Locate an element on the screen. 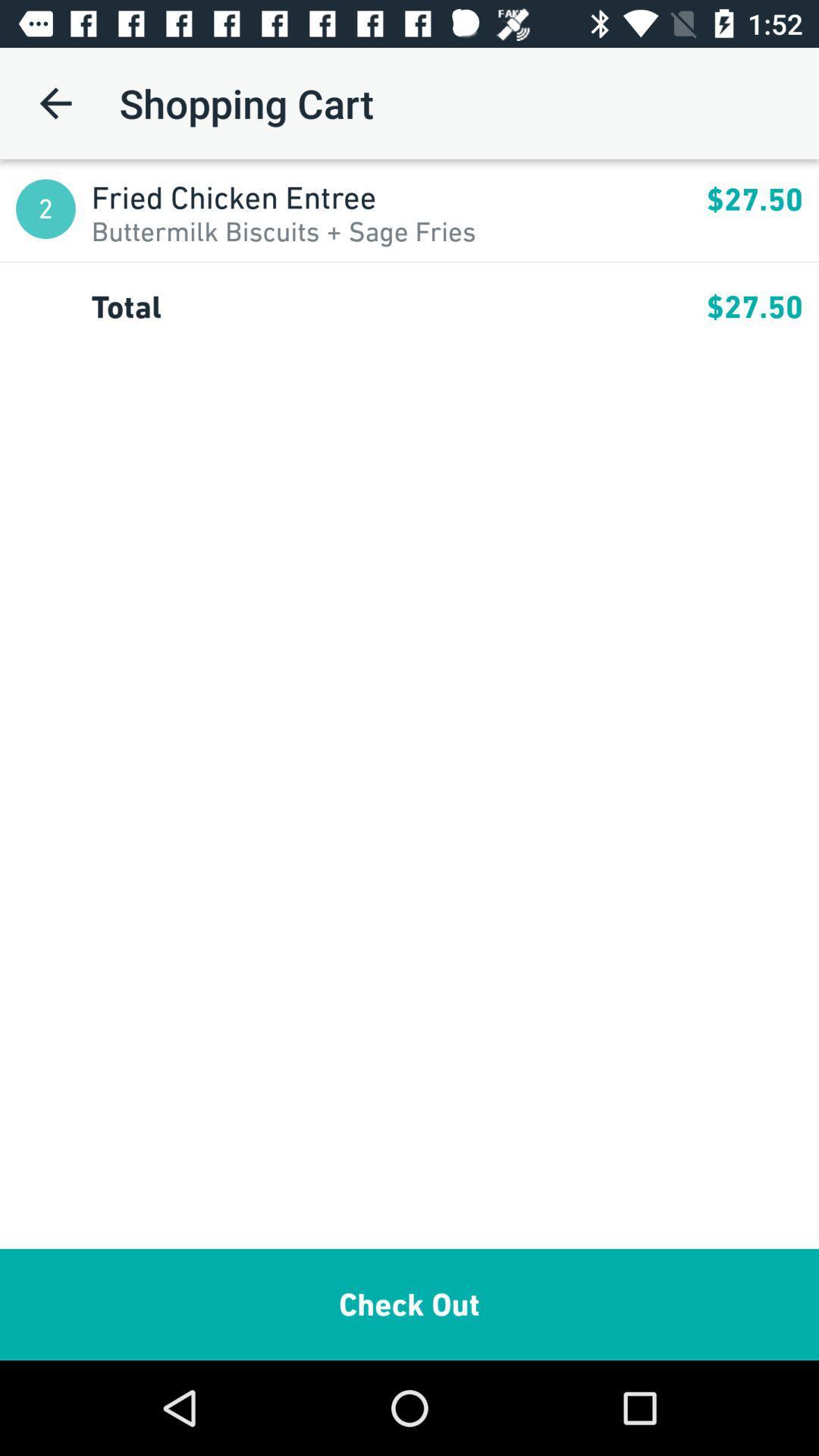 The width and height of the screenshot is (819, 1456). app above the buttermilk biscuits sage icon is located at coordinates (398, 196).